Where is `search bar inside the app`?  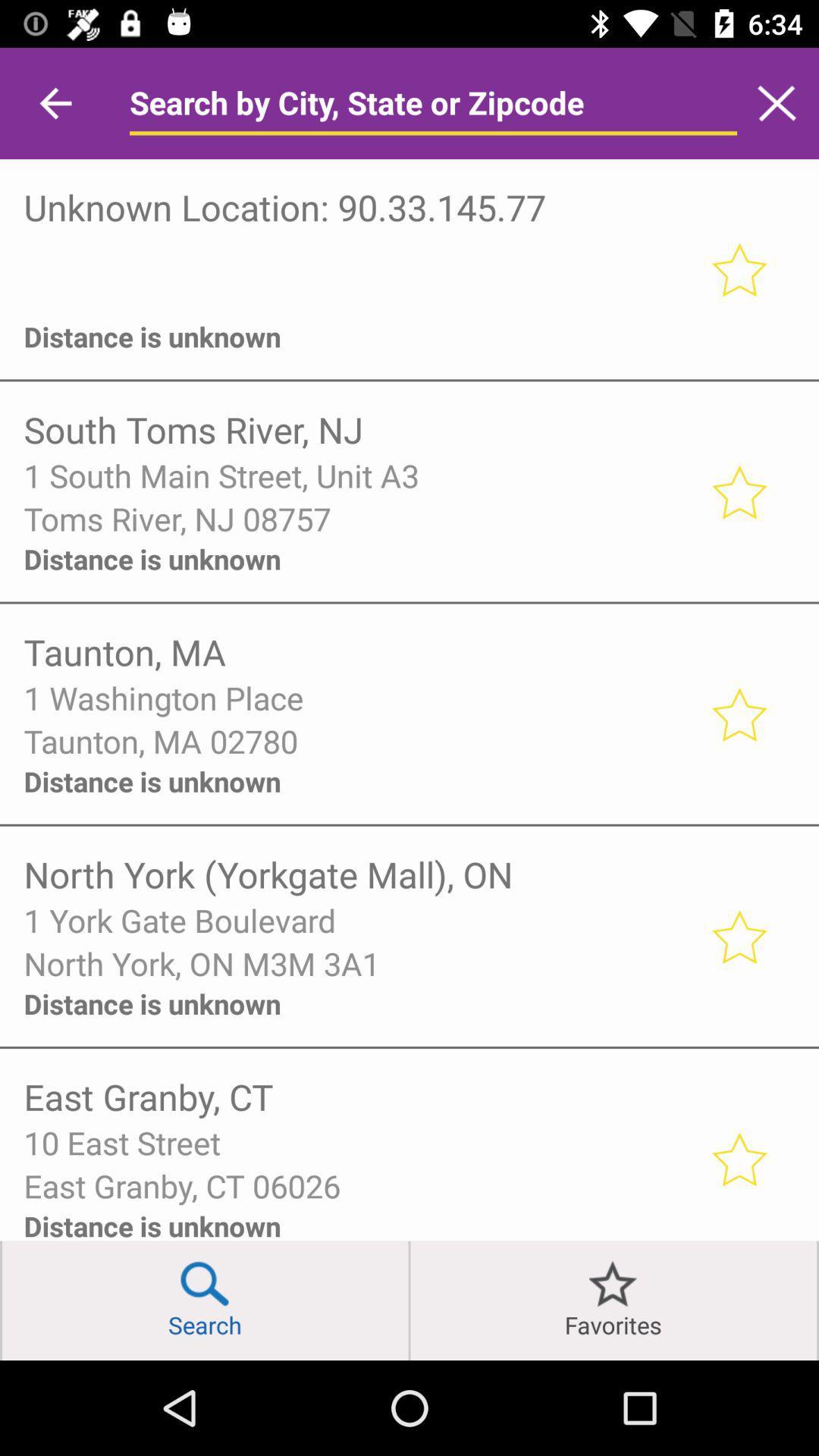
search bar inside the app is located at coordinates (433, 102).